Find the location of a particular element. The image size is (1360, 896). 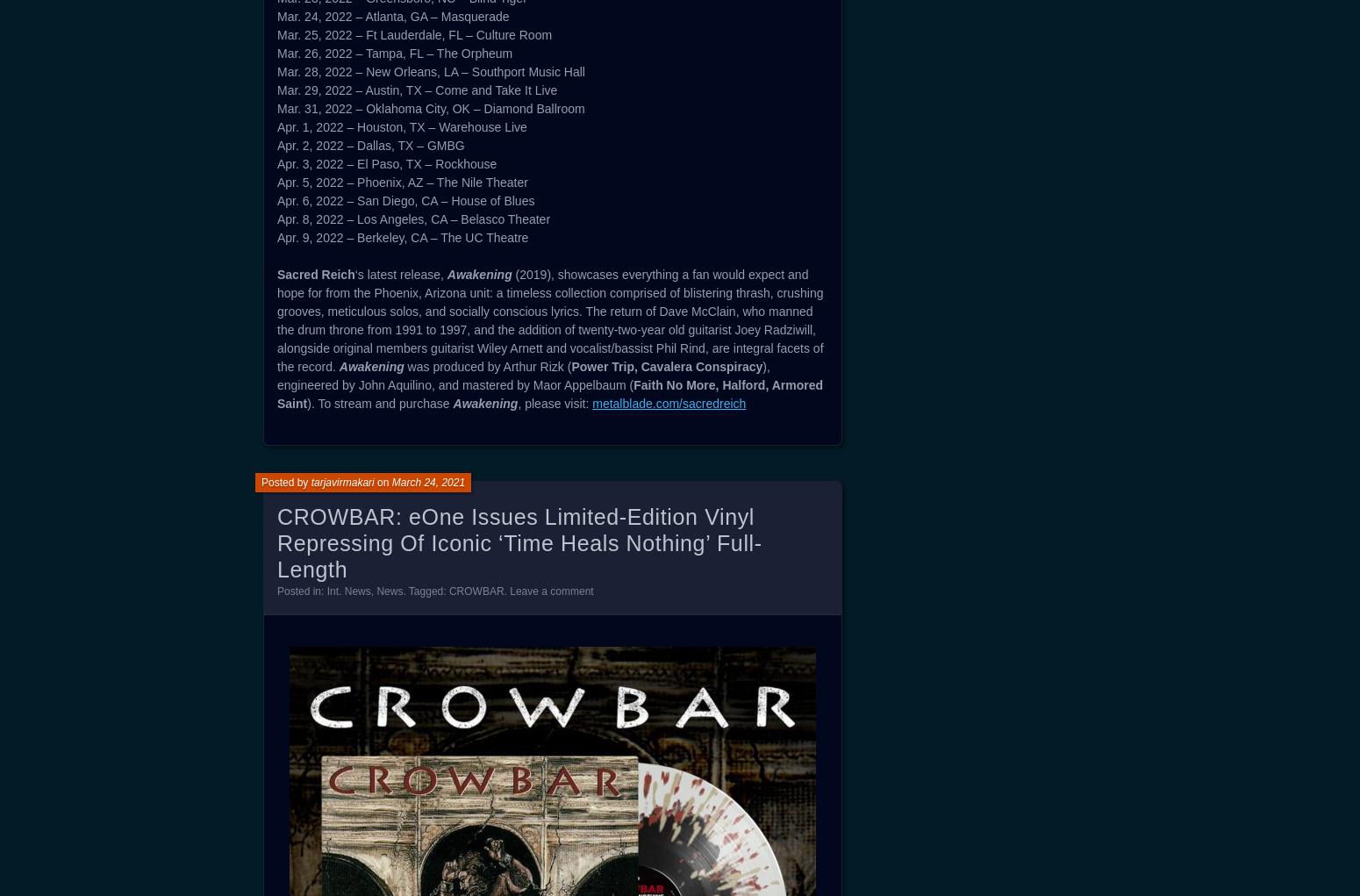

'Sacred Reich' is located at coordinates (315, 275).